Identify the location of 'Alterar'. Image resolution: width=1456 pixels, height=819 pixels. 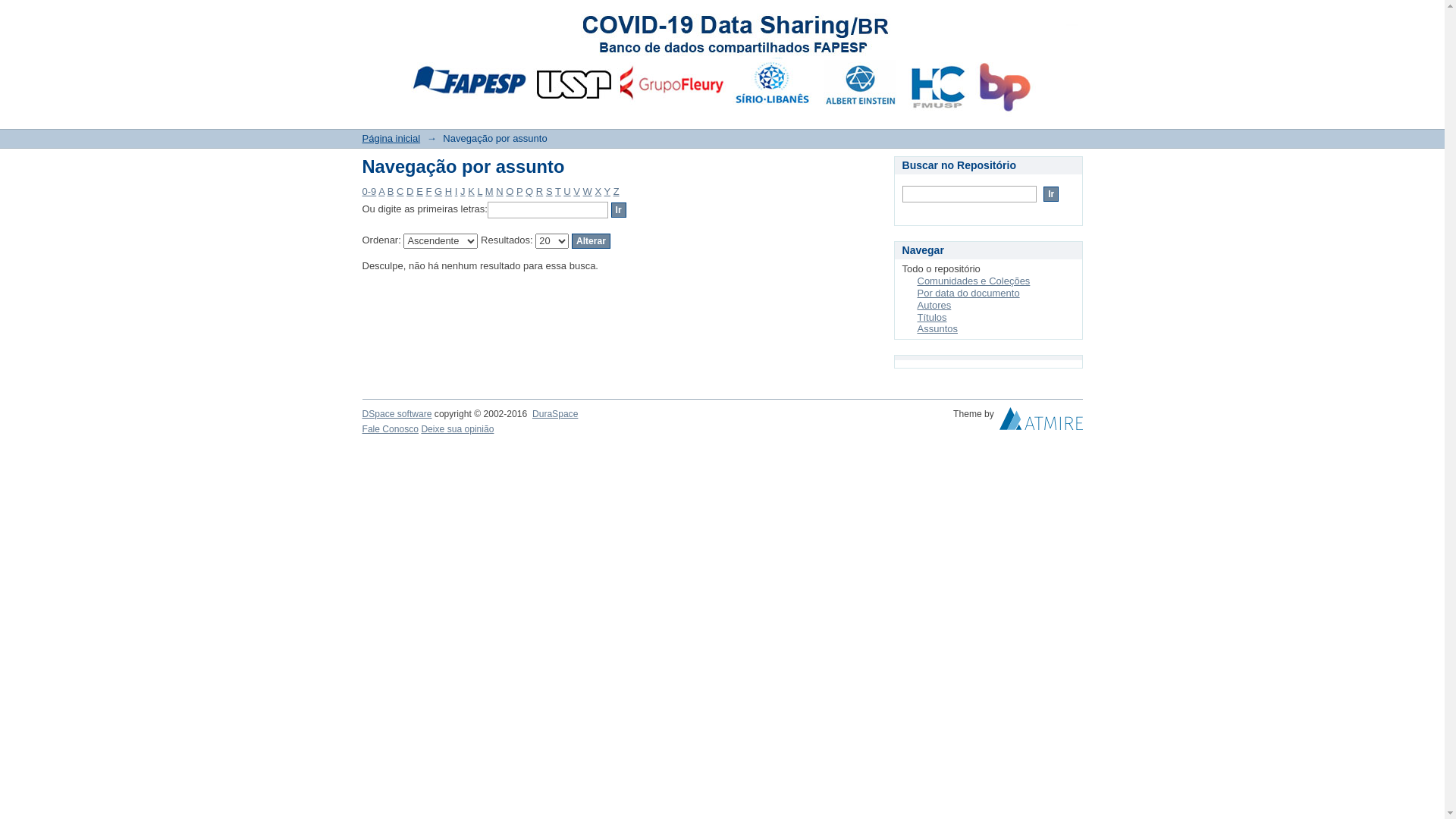
(590, 240).